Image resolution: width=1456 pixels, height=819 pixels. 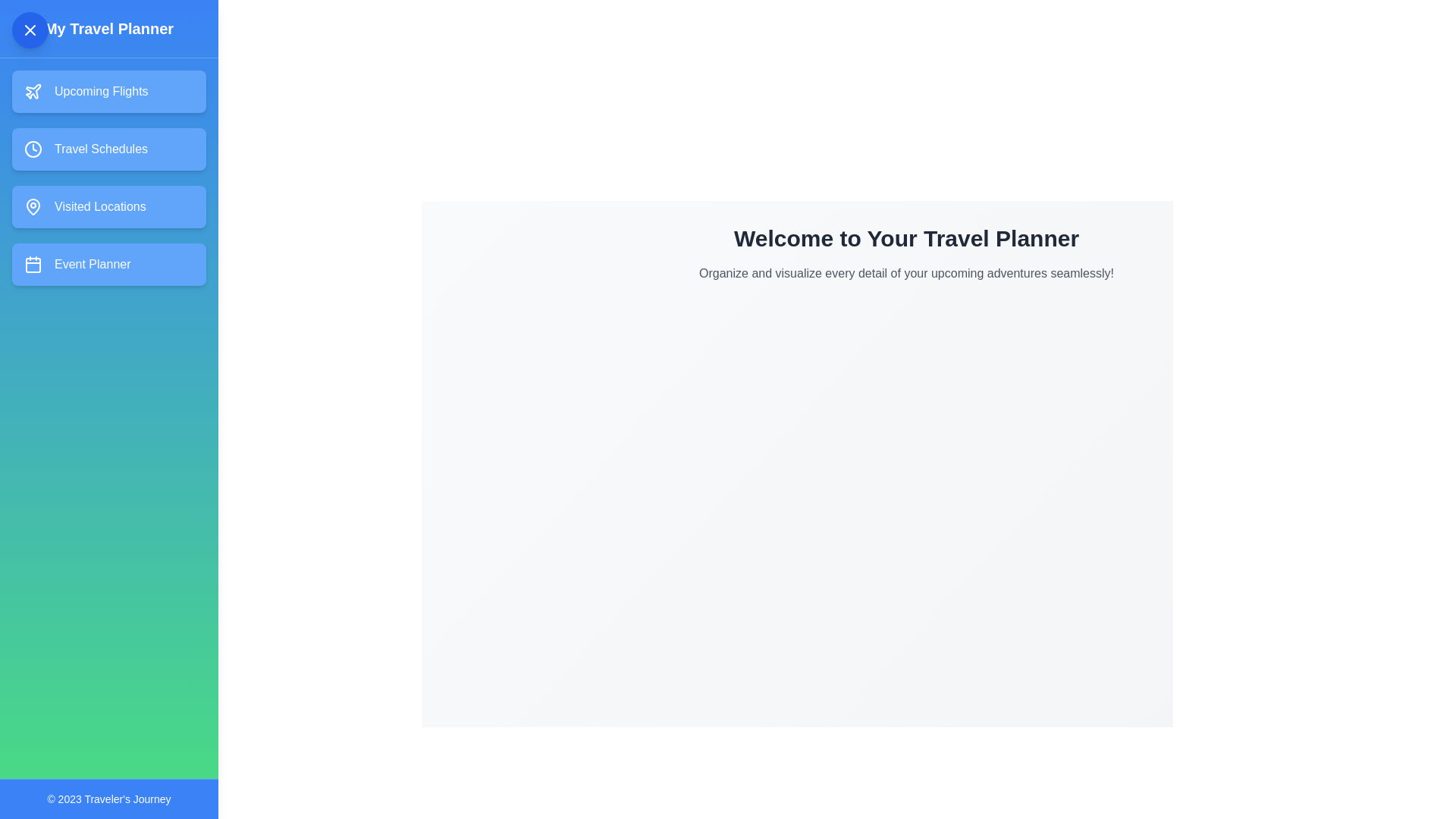 I want to click on the 'Event Planner' icon located in the vertical navigation bar on the left side of the interface, which is visually represented before the text 'Event Planner', so click(x=33, y=263).